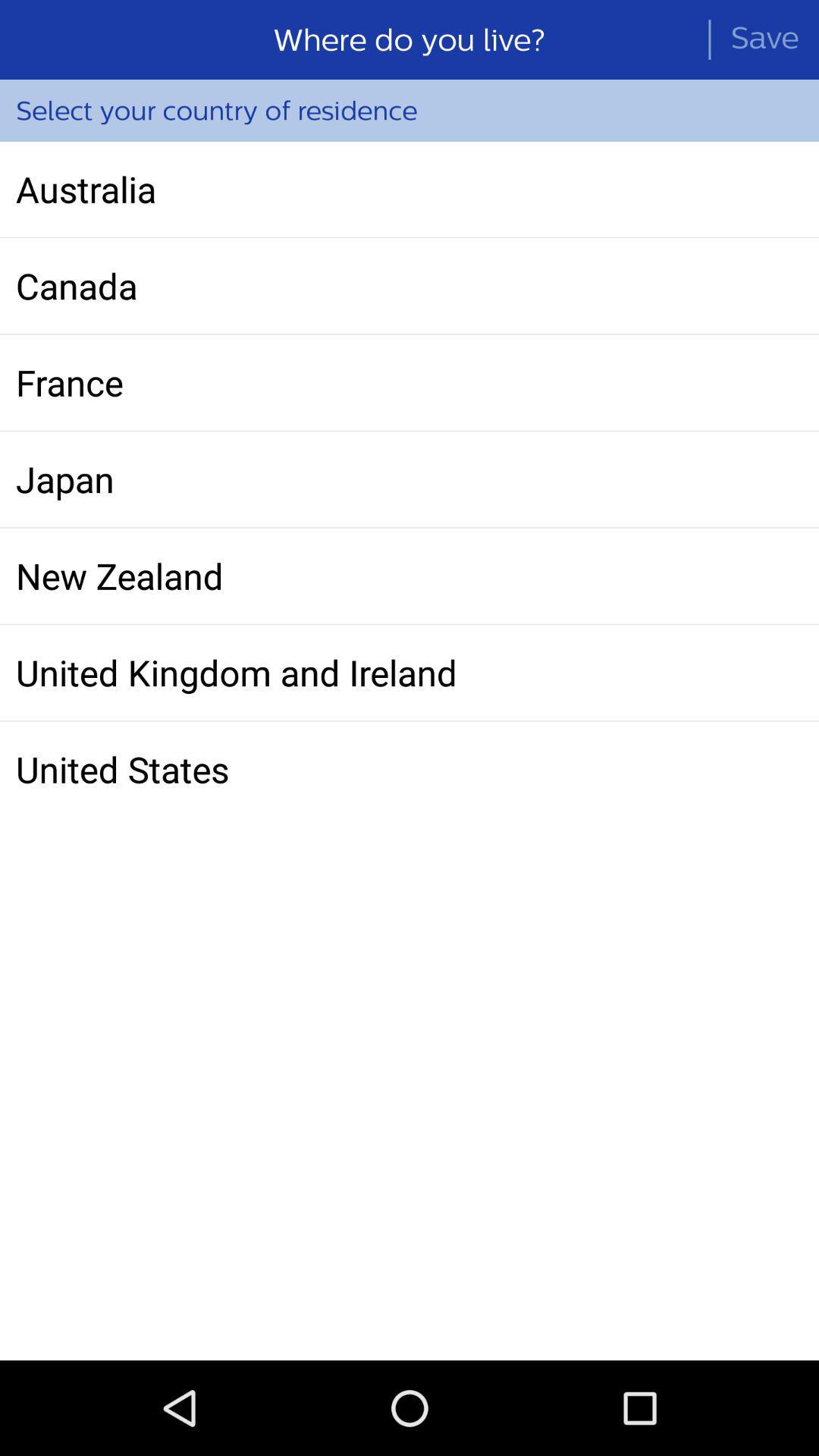 The image size is (819, 1456). What do you see at coordinates (409, 479) in the screenshot?
I see `icon above the new zealand icon` at bounding box center [409, 479].